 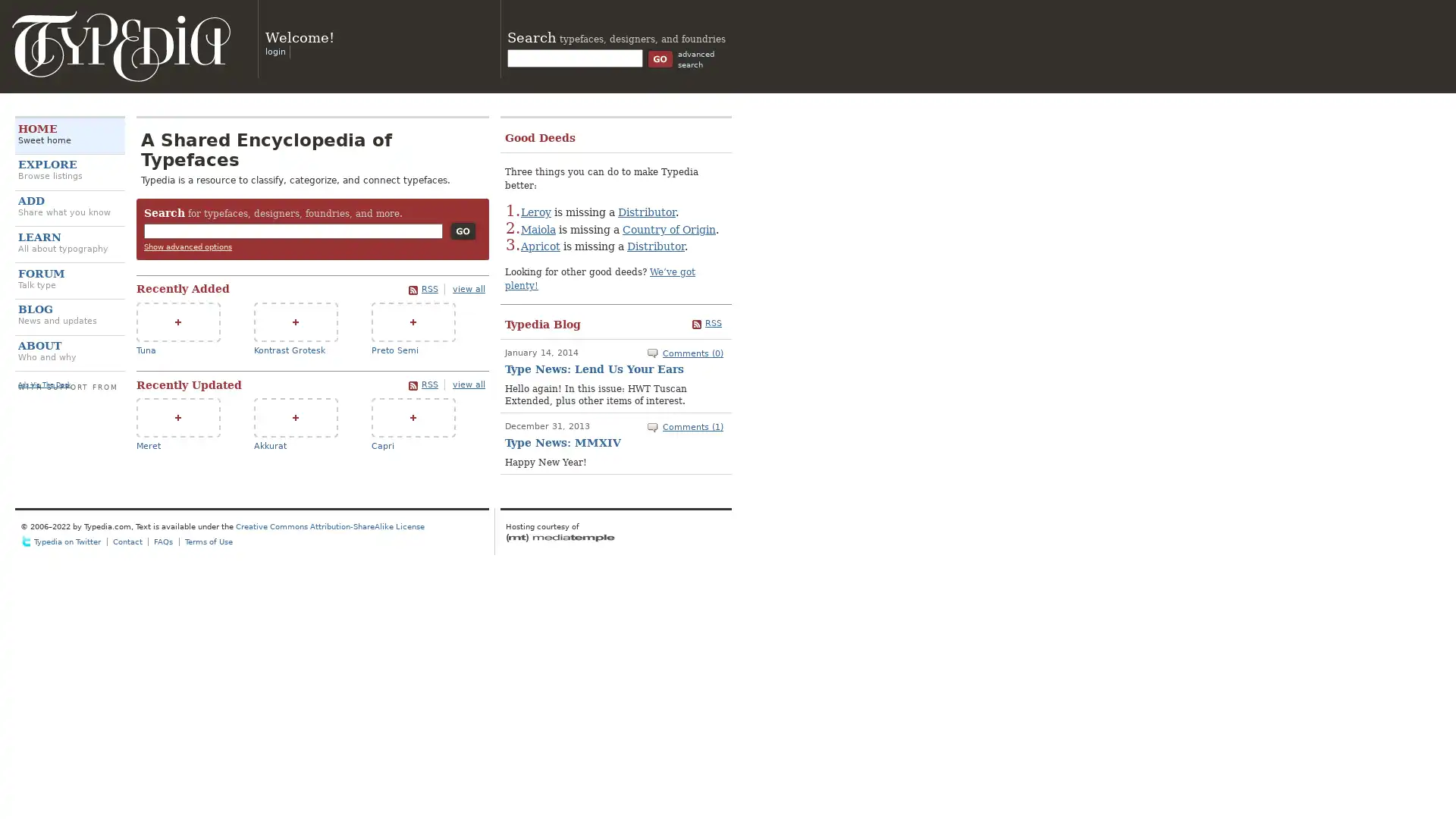 I want to click on Go, so click(x=660, y=58).